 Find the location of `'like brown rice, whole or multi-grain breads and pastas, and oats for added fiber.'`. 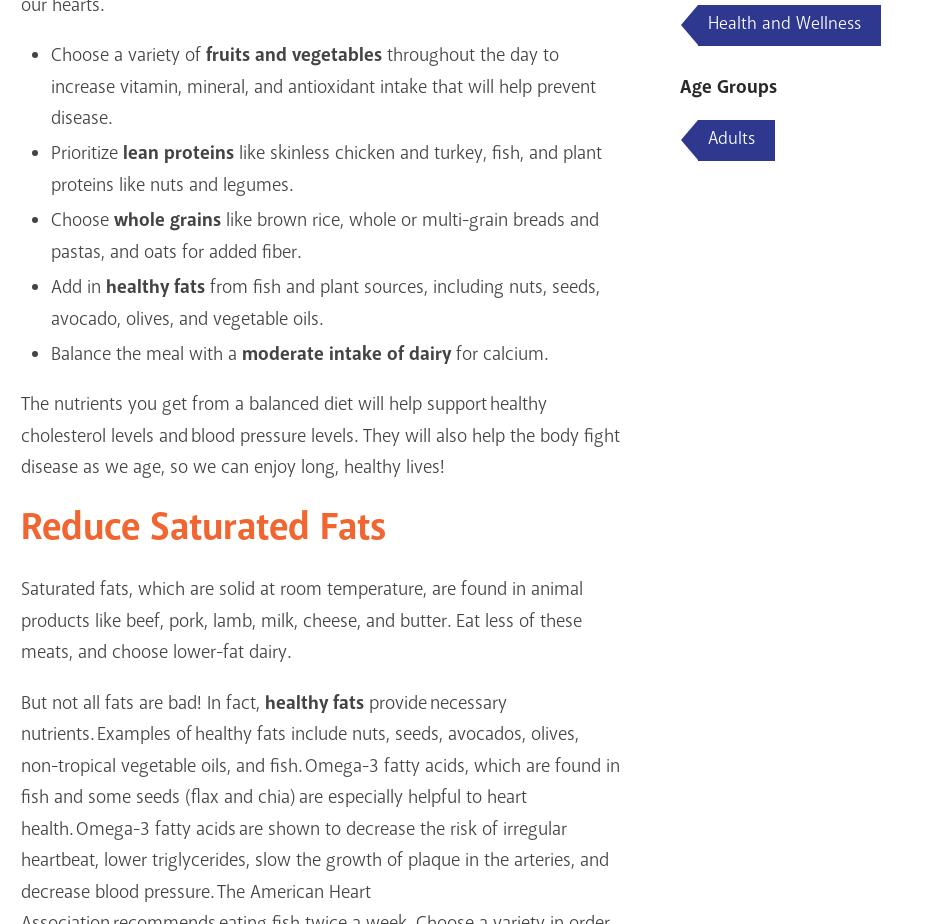

'like brown rice, whole or multi-grain breads and pastas, and oats for added fiber.' is located at coordinates (323, 235).